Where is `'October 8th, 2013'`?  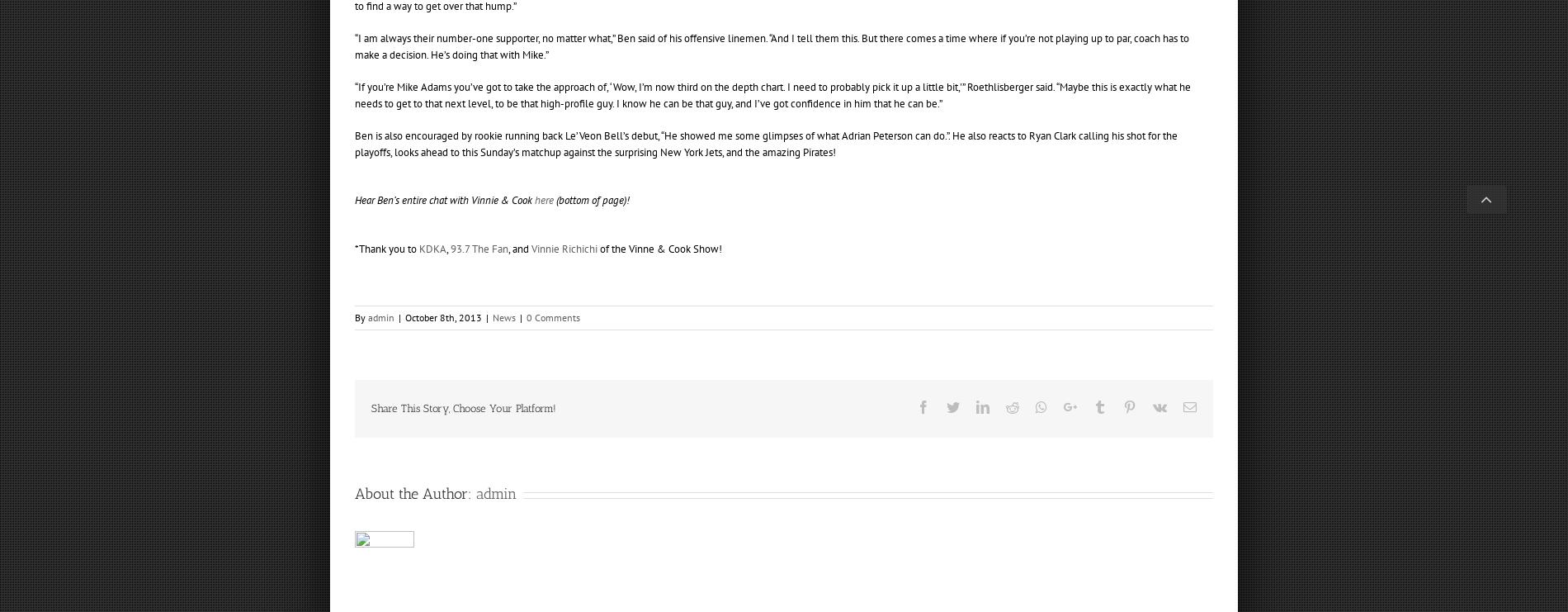
'October 8th, 2013' is located at coordinates (443, 317).